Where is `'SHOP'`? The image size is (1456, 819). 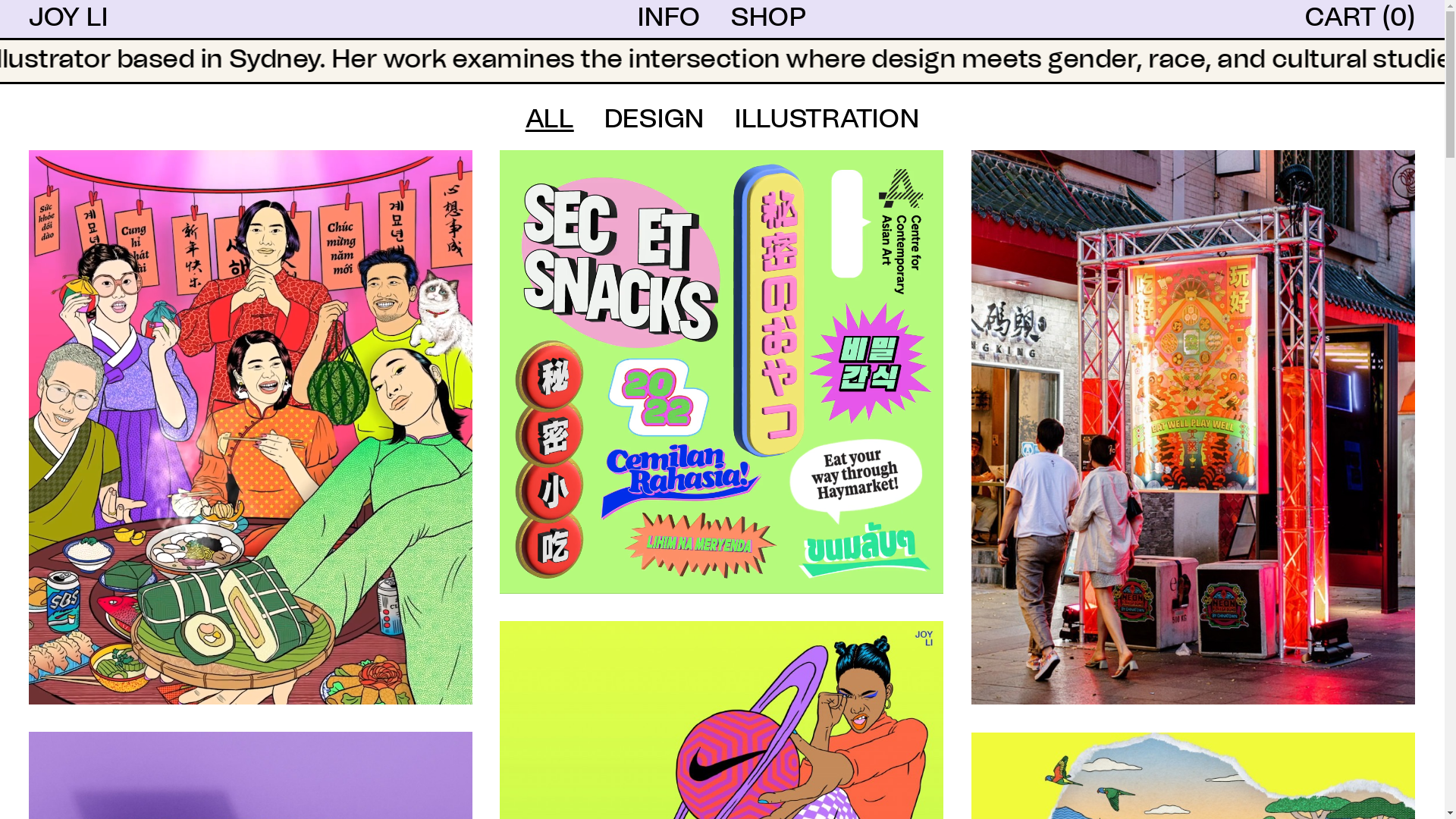
'SHOP' is located at coordinates (768, 17).